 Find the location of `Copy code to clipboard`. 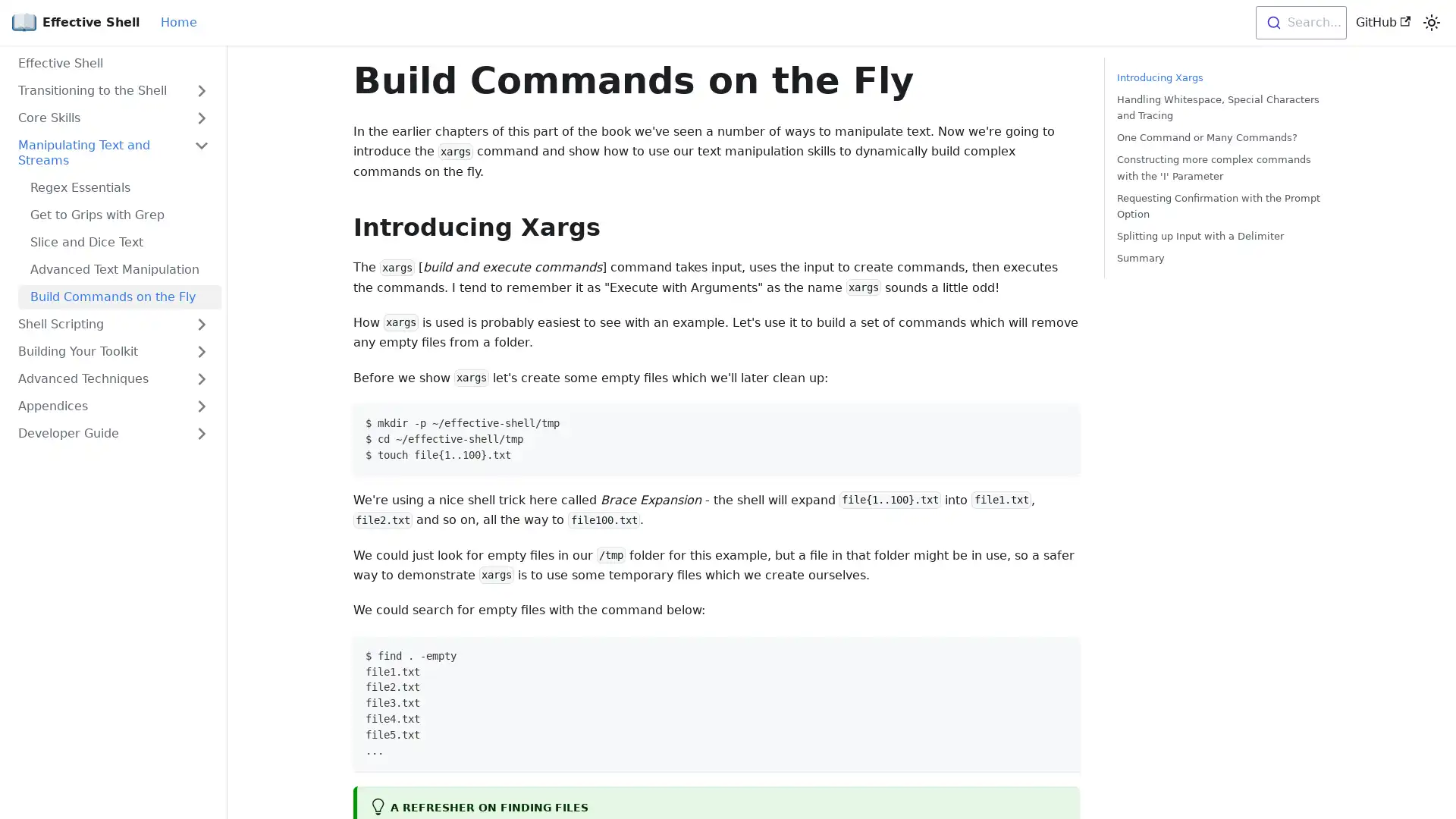

Copy code to clipboard is located at coordinates (1060, 421).